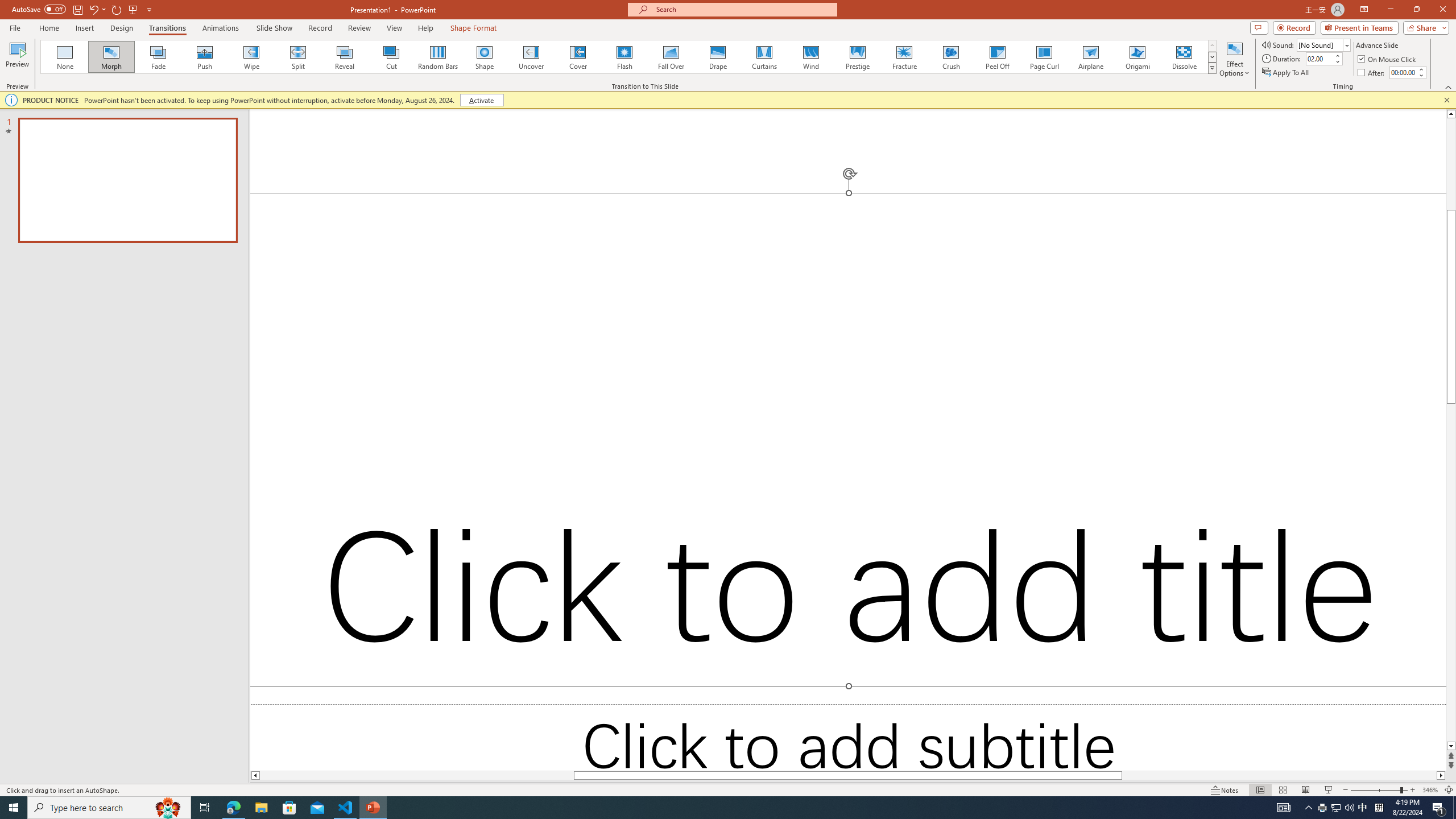  What do you see at coordinates (204, 56) in the screenshot?
I see `'Push'` at bounding box center [204, 56].